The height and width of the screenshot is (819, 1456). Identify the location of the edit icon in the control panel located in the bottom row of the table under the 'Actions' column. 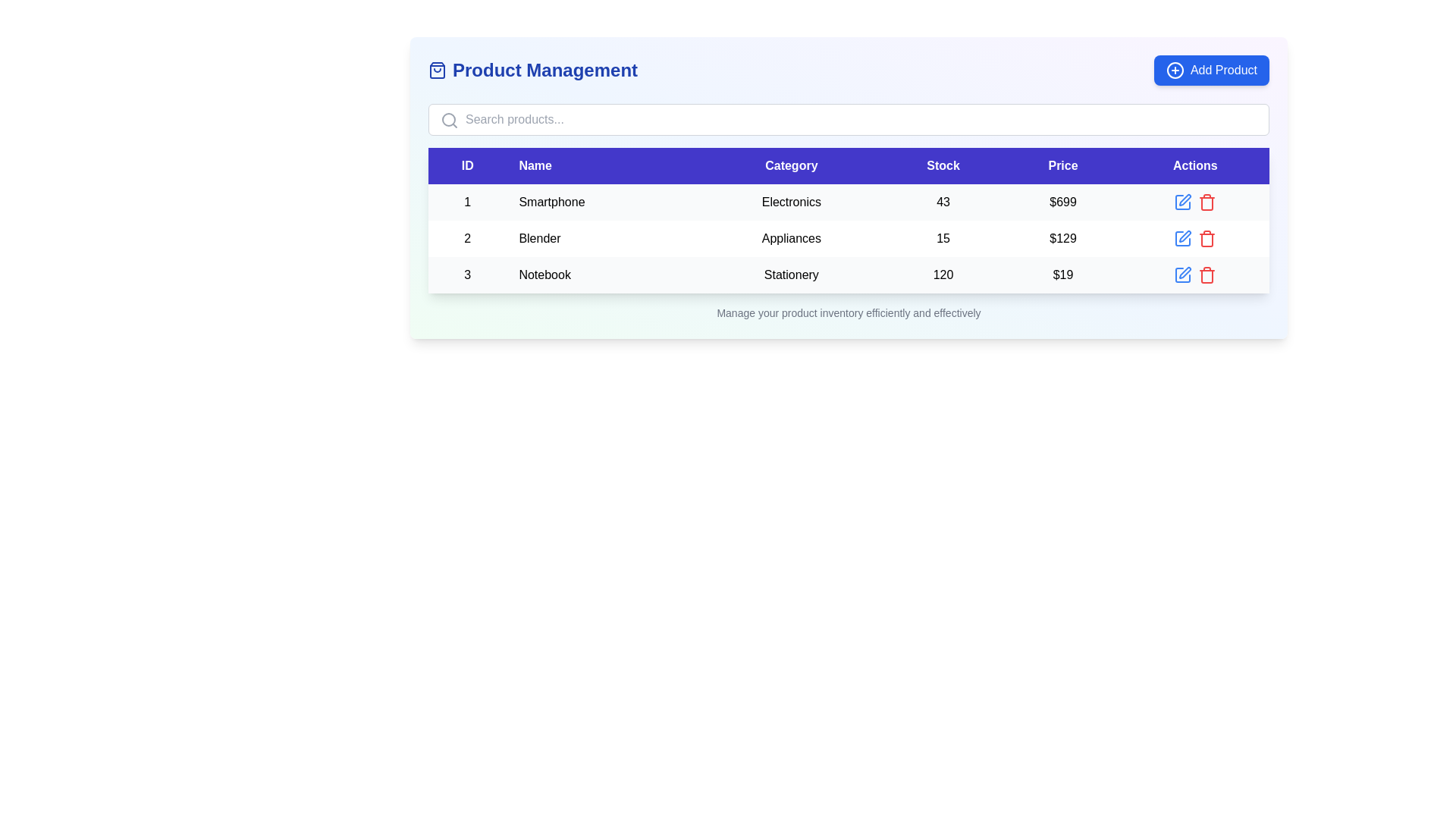
(1194, 275).